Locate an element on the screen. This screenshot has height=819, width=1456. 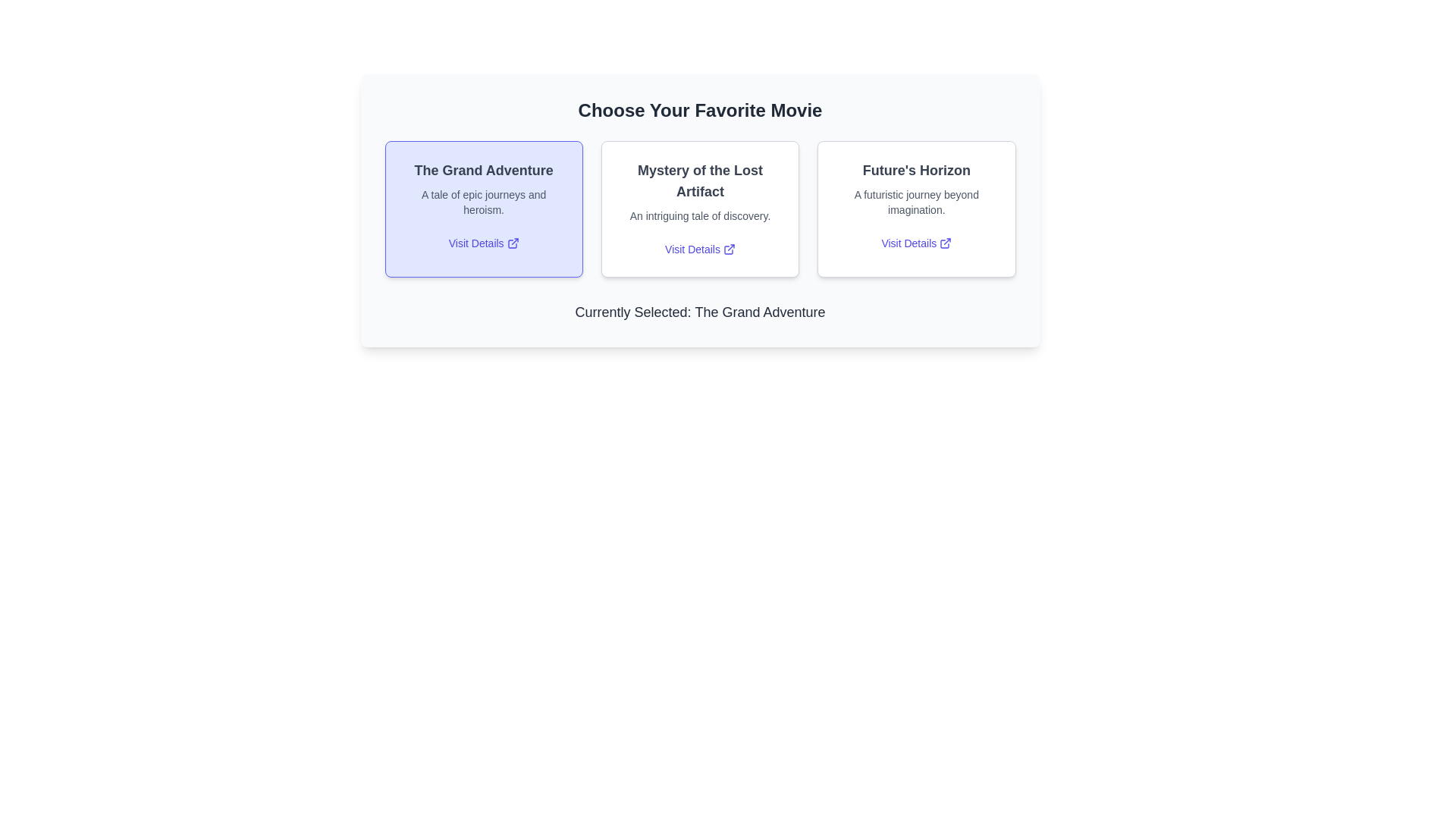
on the text header displaying 'Mystery of the Lost Artifact' is located at coordinates (699, 180).